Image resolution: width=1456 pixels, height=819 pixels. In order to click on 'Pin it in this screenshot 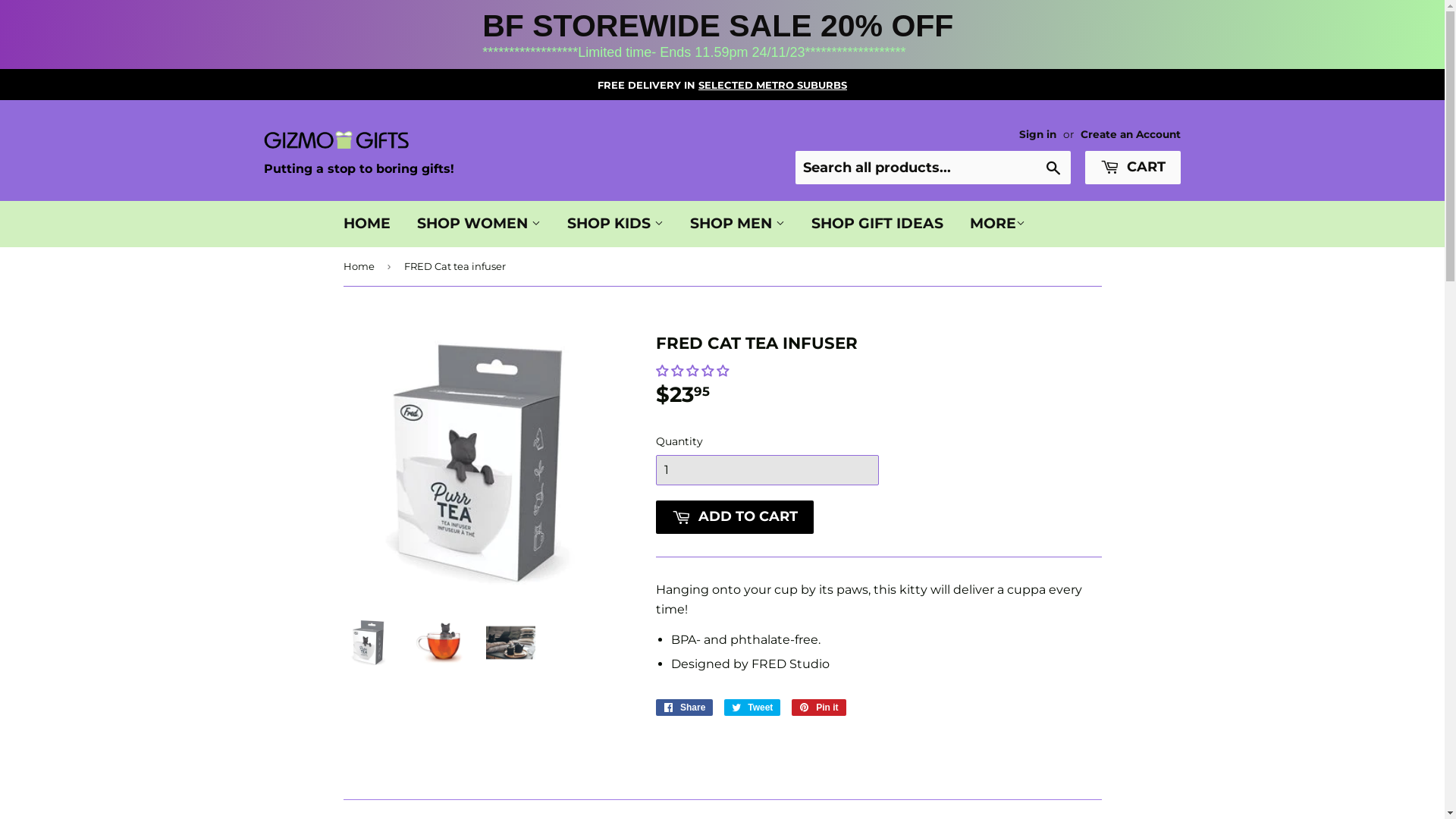, I will do `click(818, 708)`.